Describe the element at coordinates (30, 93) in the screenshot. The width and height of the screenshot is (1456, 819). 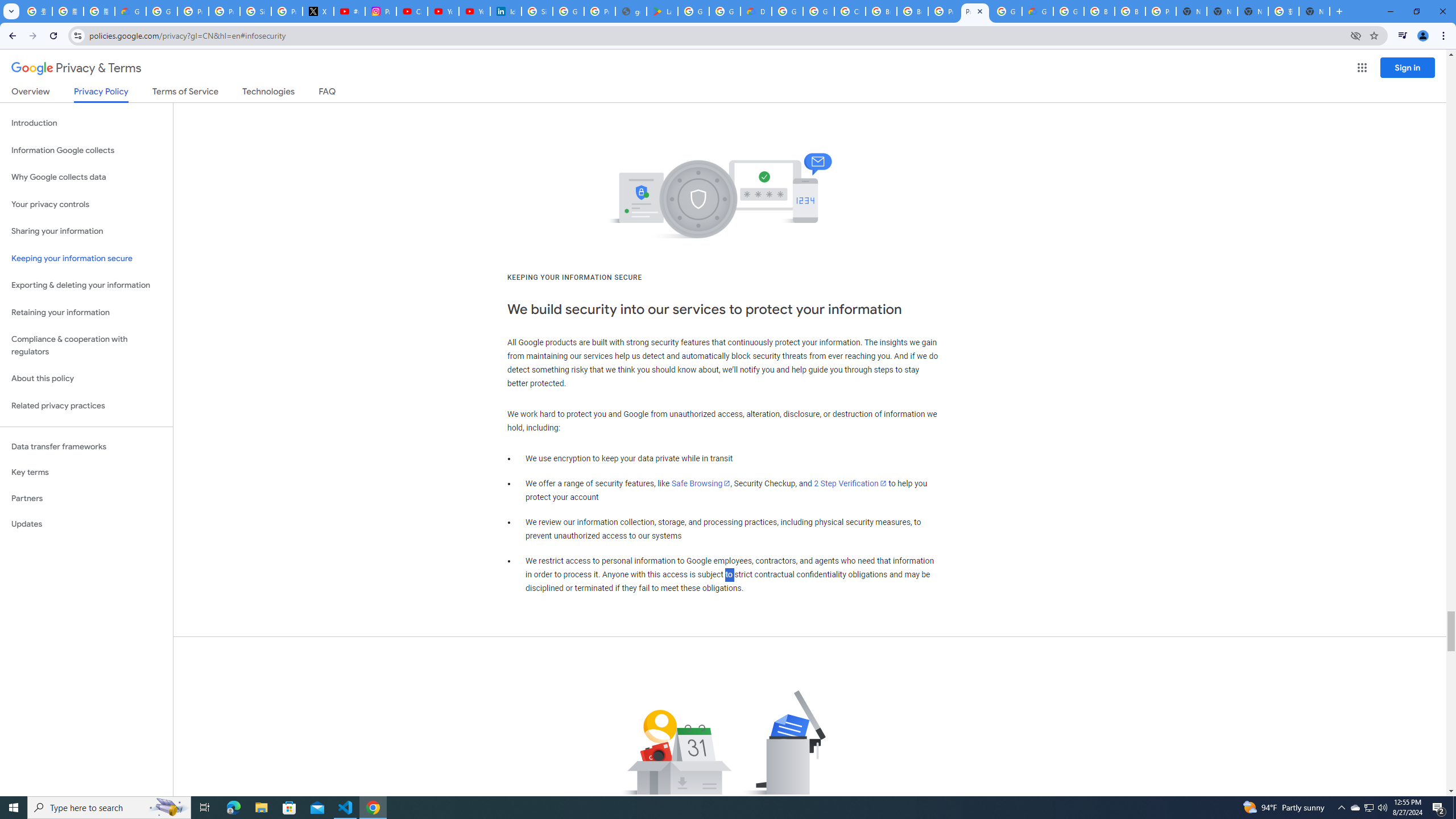
I see `'Overview'` at that location.